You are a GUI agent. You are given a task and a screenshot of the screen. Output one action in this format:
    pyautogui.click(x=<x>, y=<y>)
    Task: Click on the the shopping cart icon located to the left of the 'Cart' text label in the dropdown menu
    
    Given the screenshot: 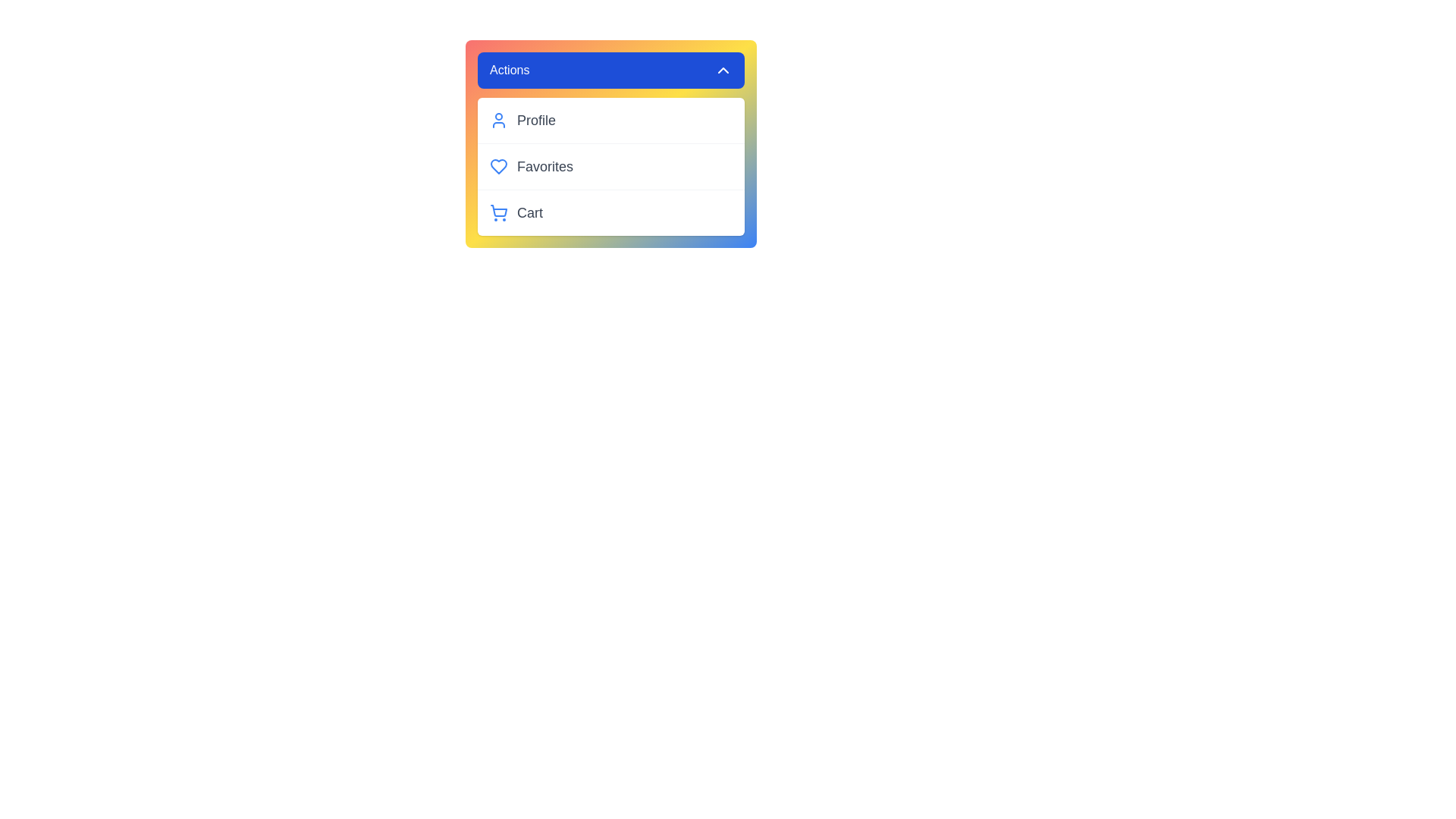 What is the action you would take?
    pyautogui.click(x=498, y=213)
    